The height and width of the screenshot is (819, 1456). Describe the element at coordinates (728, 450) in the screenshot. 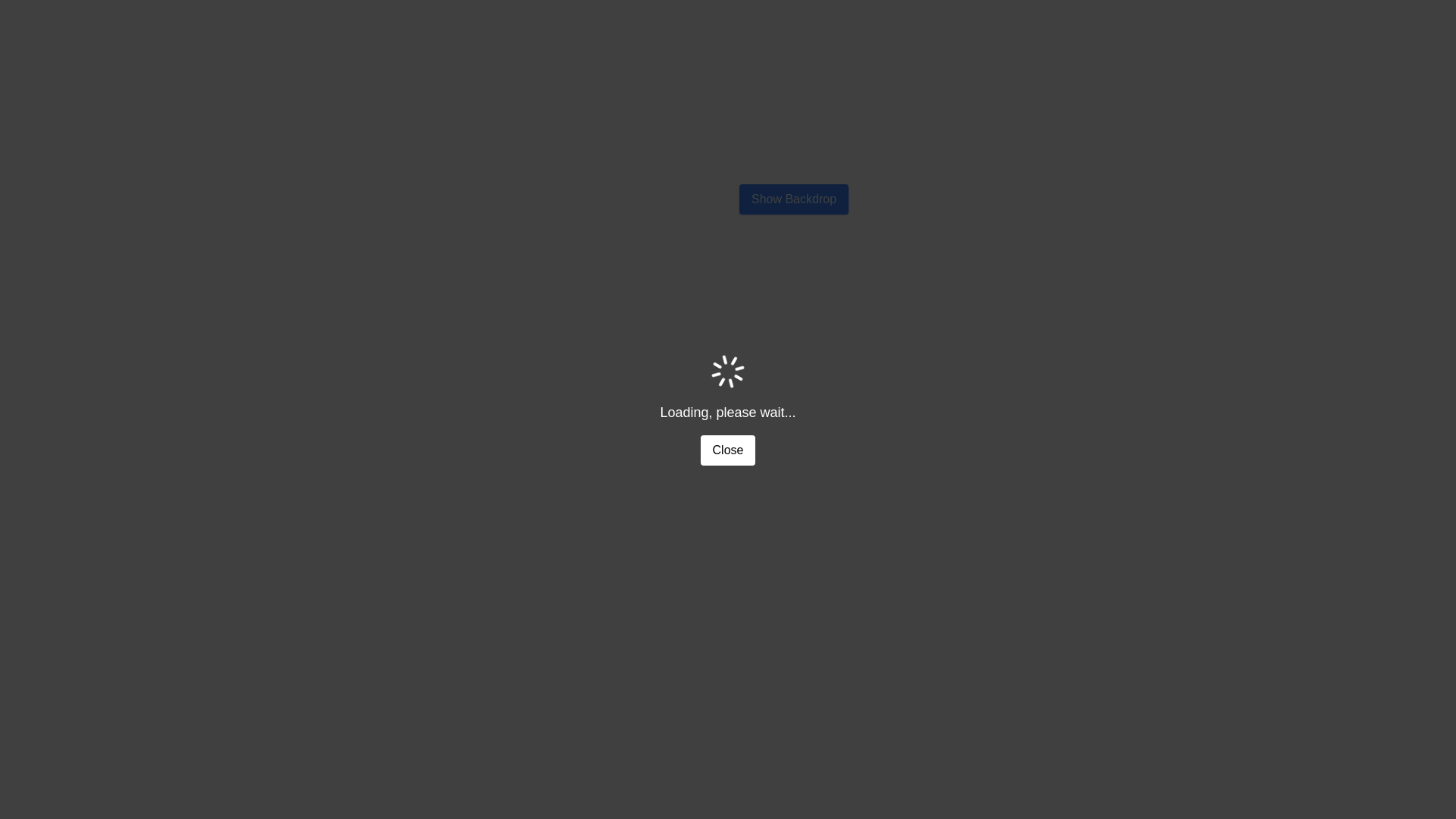

I see `the close button located at the bottom center of the loading dialog to observe the shadow effect` at that location.